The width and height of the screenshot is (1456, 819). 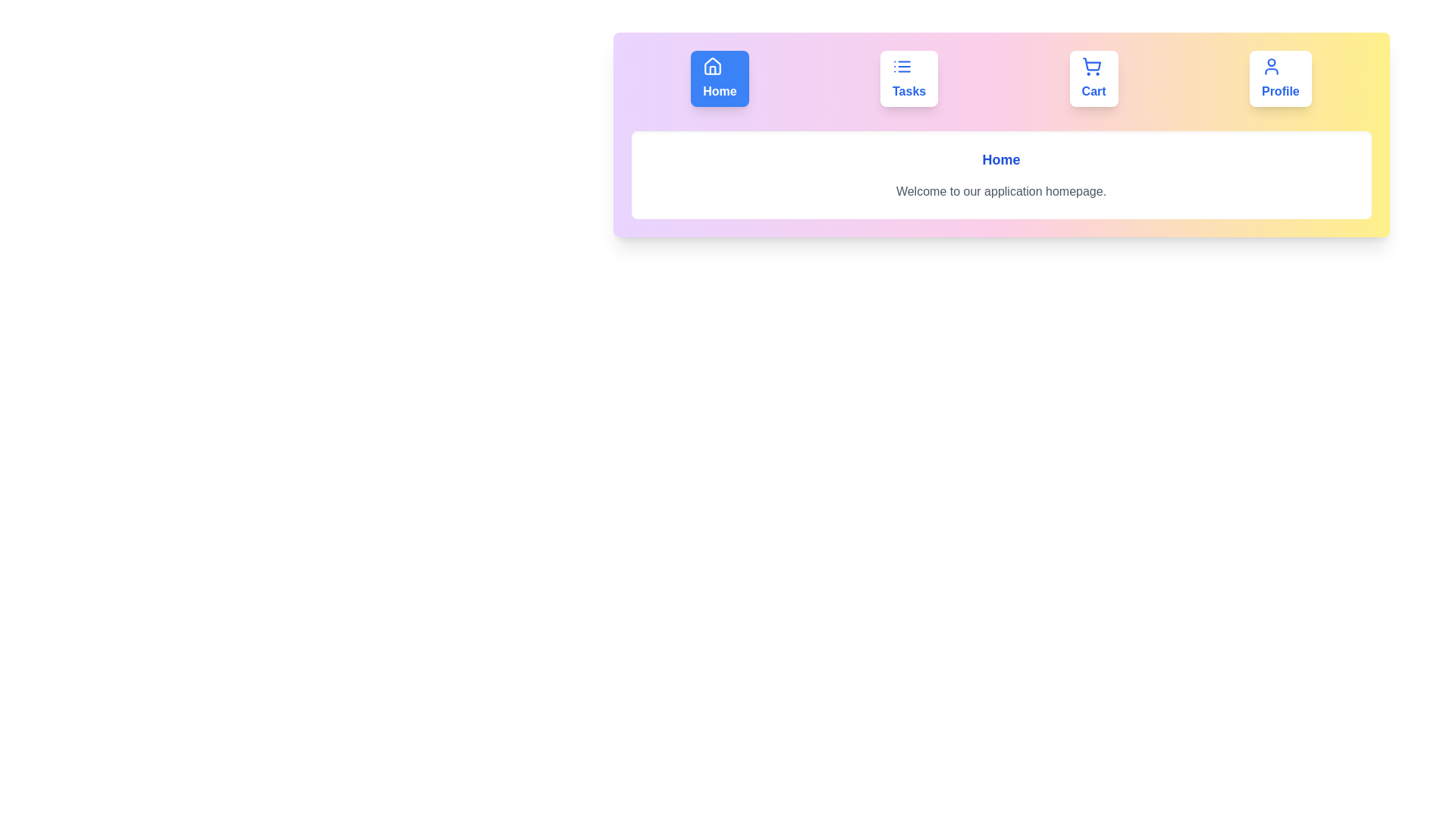 I want to click on the tab labeled 'Cart', so click(x=1094, y=79).